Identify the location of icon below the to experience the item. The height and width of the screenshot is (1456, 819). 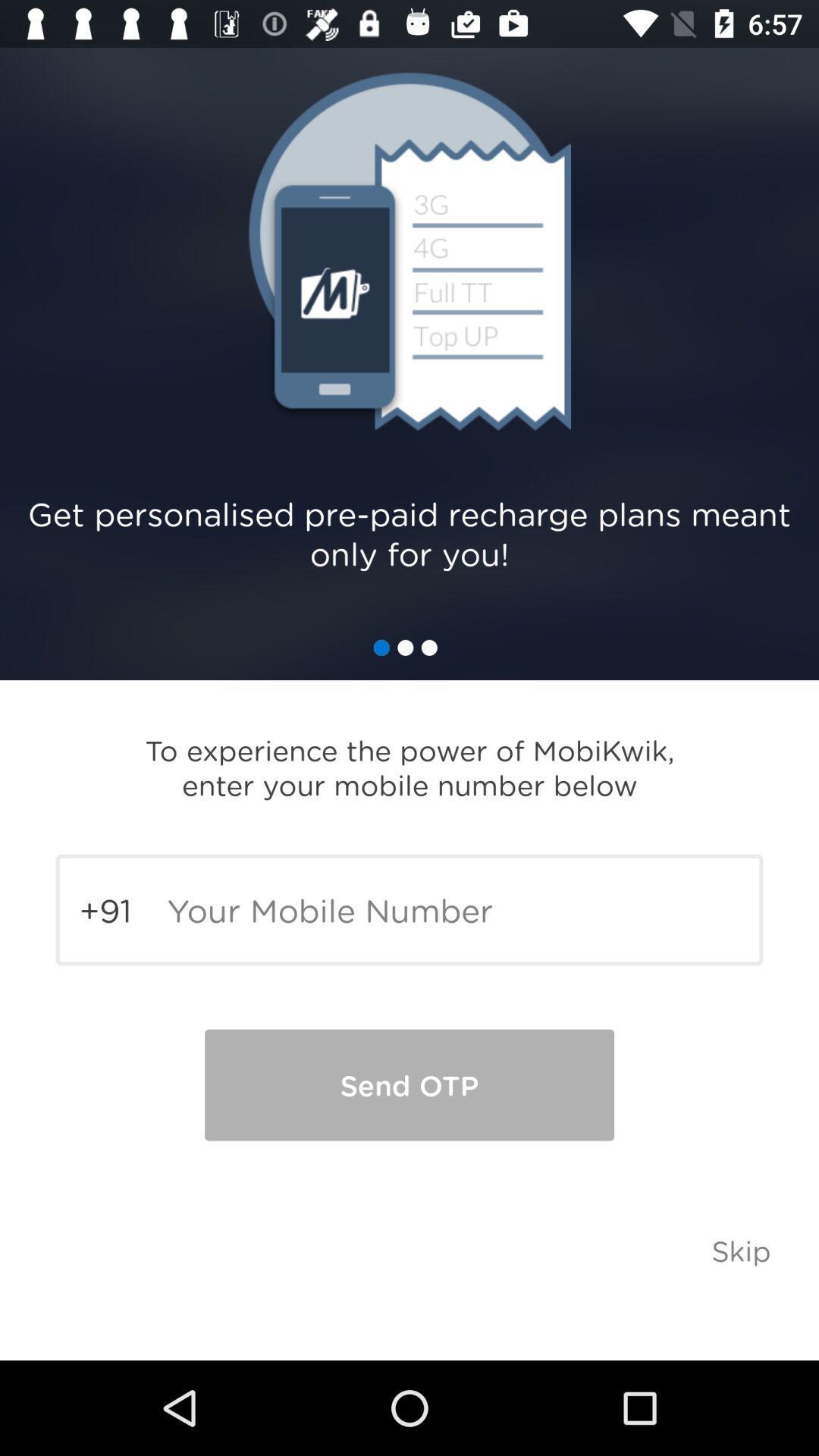
(409, 910).